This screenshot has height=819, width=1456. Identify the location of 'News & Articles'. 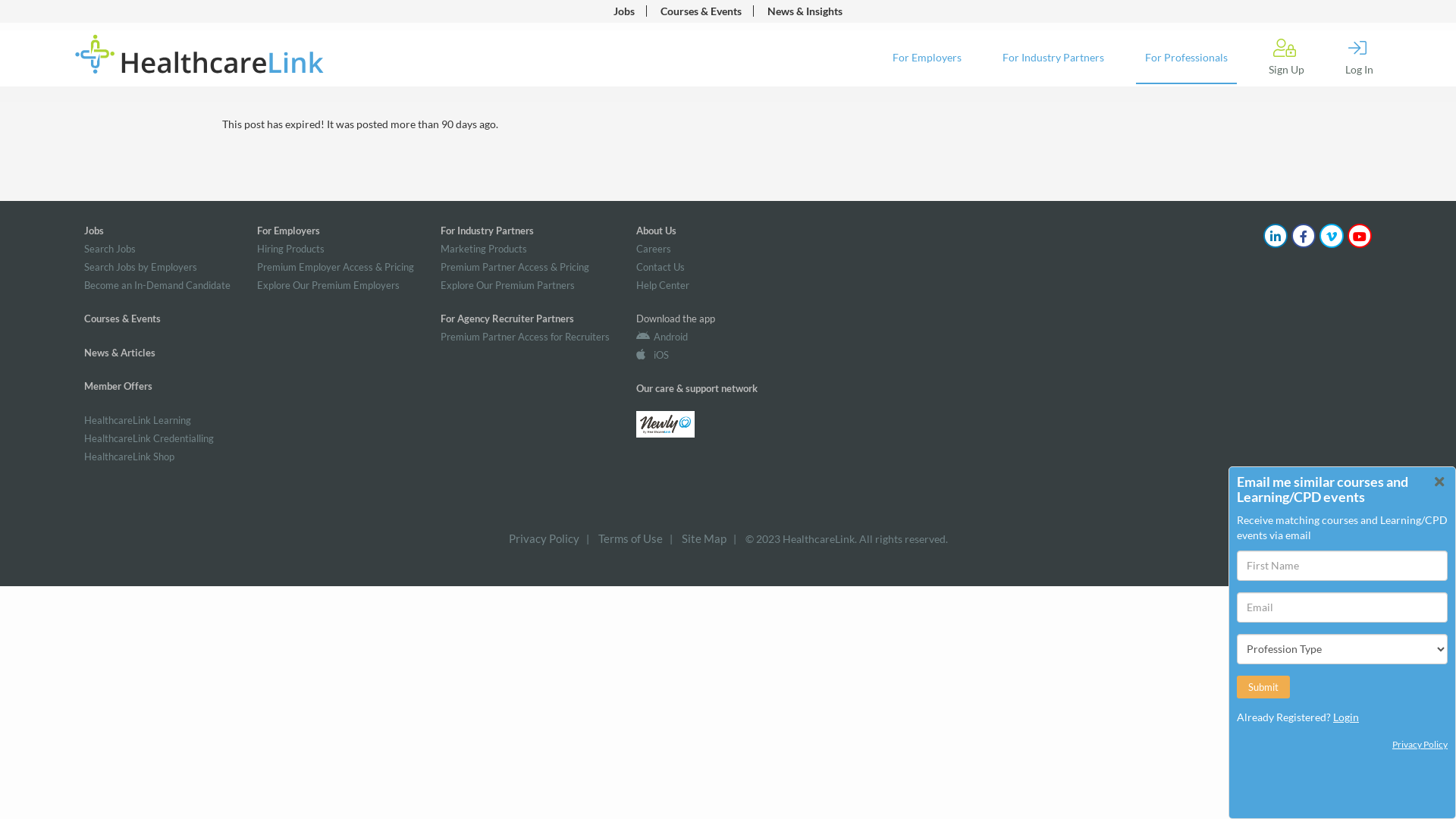
(119, 353).